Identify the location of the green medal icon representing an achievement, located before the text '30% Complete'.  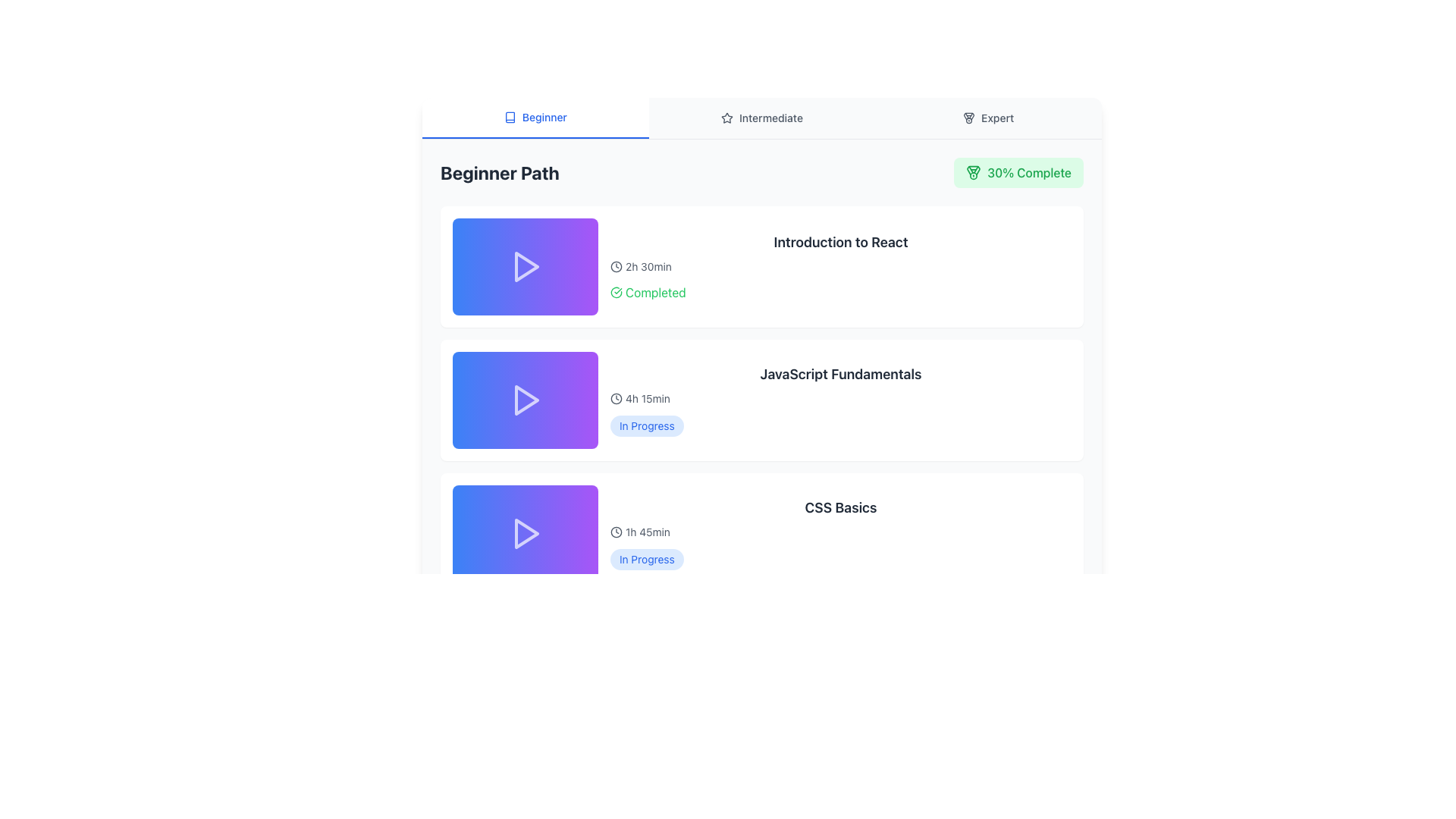
(974, 171).